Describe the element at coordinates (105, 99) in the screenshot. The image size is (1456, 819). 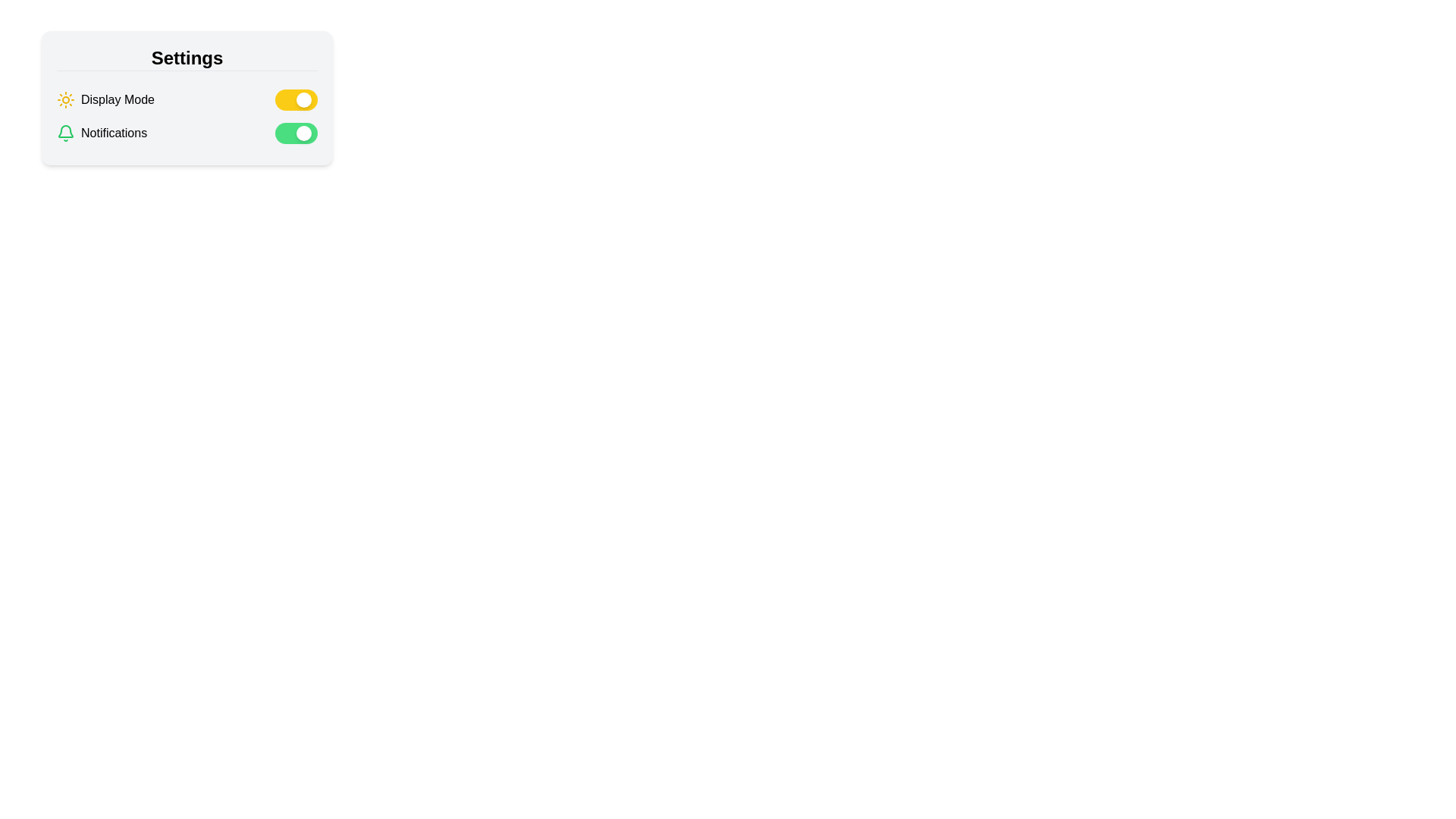
I see `the 'Display Mode' label with the sun icon, located at the top of the settings options in the 'Settings' panel` at that location.